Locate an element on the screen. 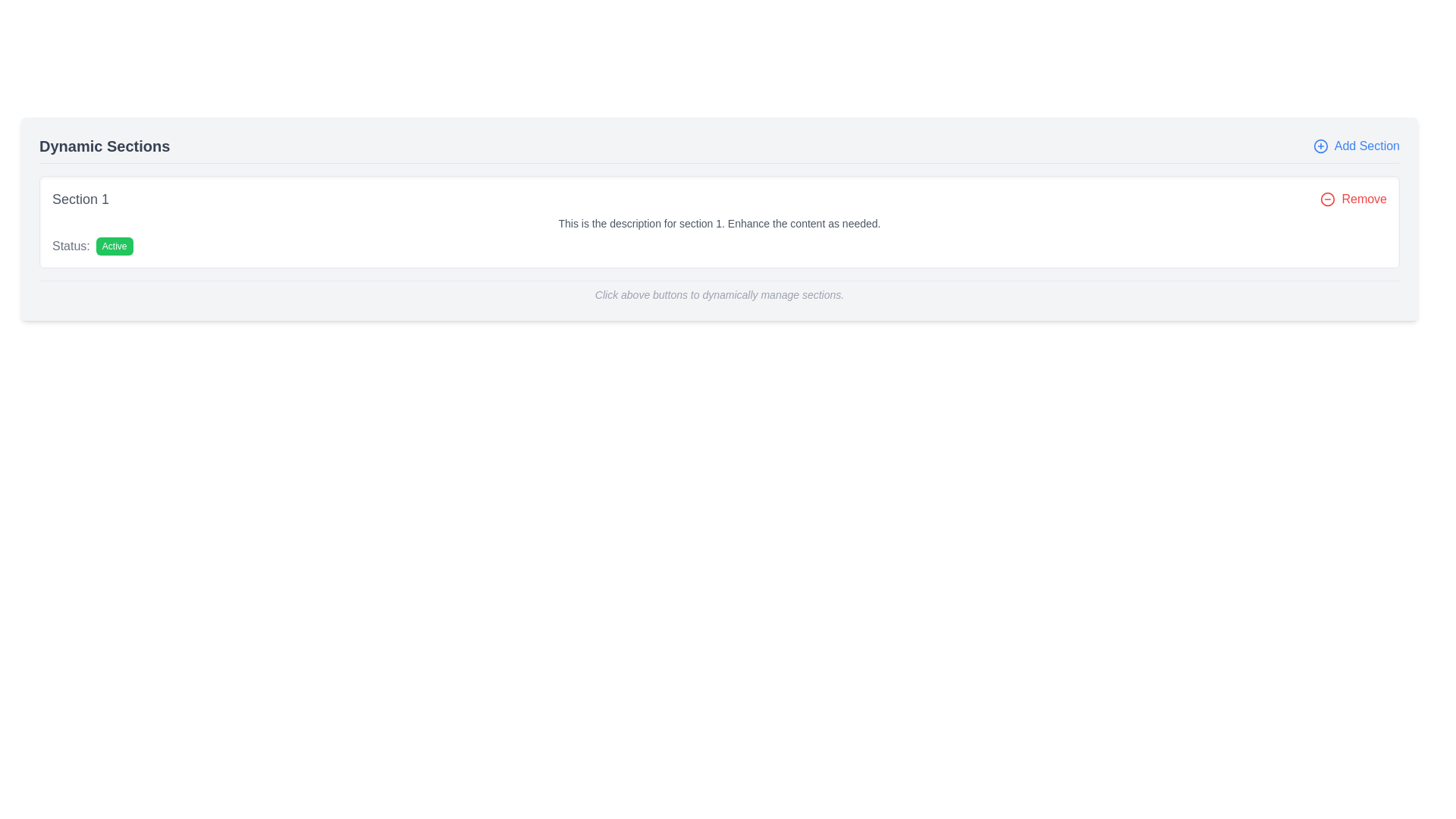 This screenshot has width=1456, height=819. the 'Remove' button text which is styled with a hover effect that changes its color to a darker shade of red is located at coordinates (1354, 198).